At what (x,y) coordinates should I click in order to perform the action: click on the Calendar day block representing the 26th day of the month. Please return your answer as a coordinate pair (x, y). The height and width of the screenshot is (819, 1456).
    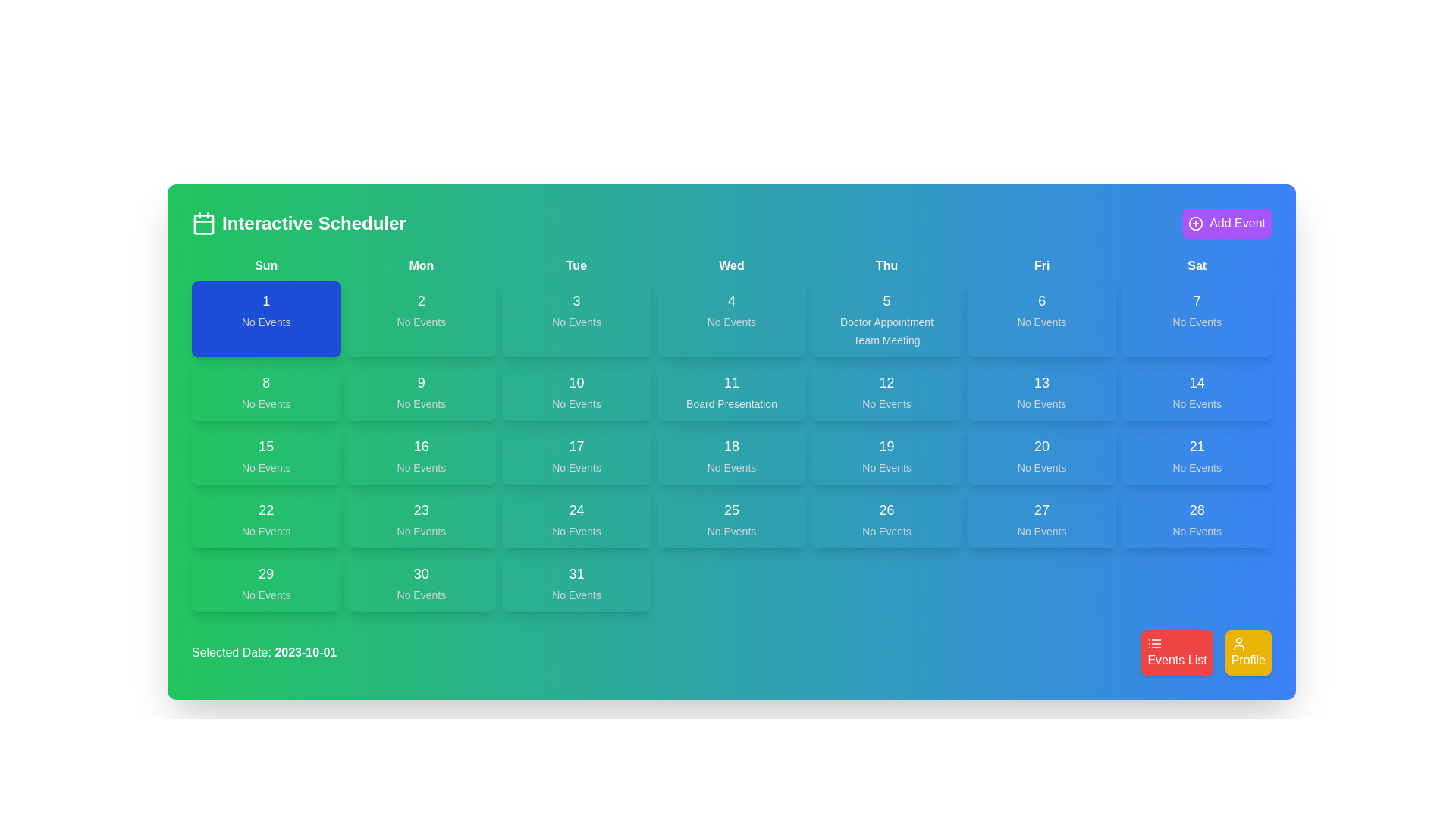
    Looking at the image, I should click on (886, 519).